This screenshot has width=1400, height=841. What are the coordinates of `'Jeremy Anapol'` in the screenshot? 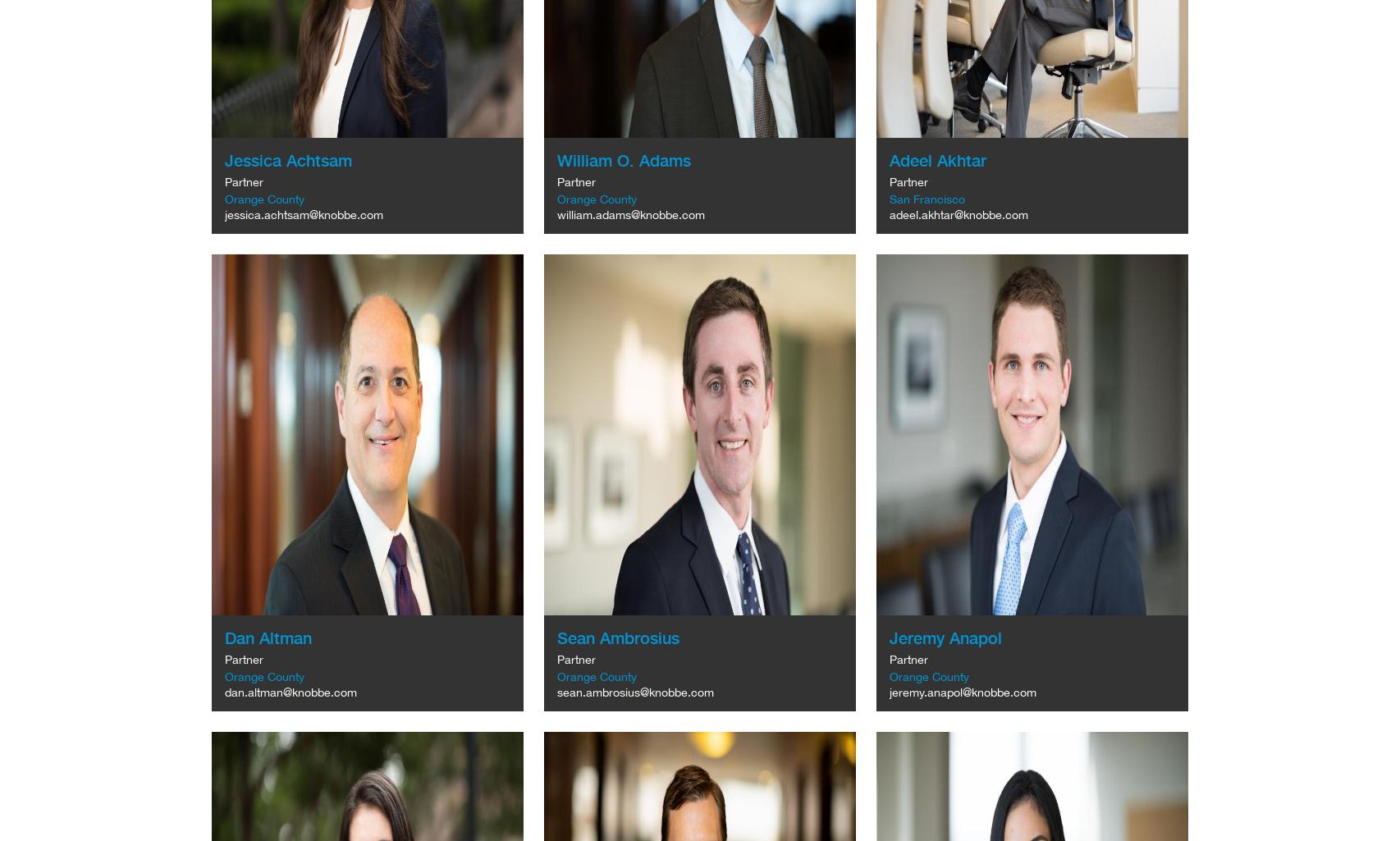 It's located at (945, 637).